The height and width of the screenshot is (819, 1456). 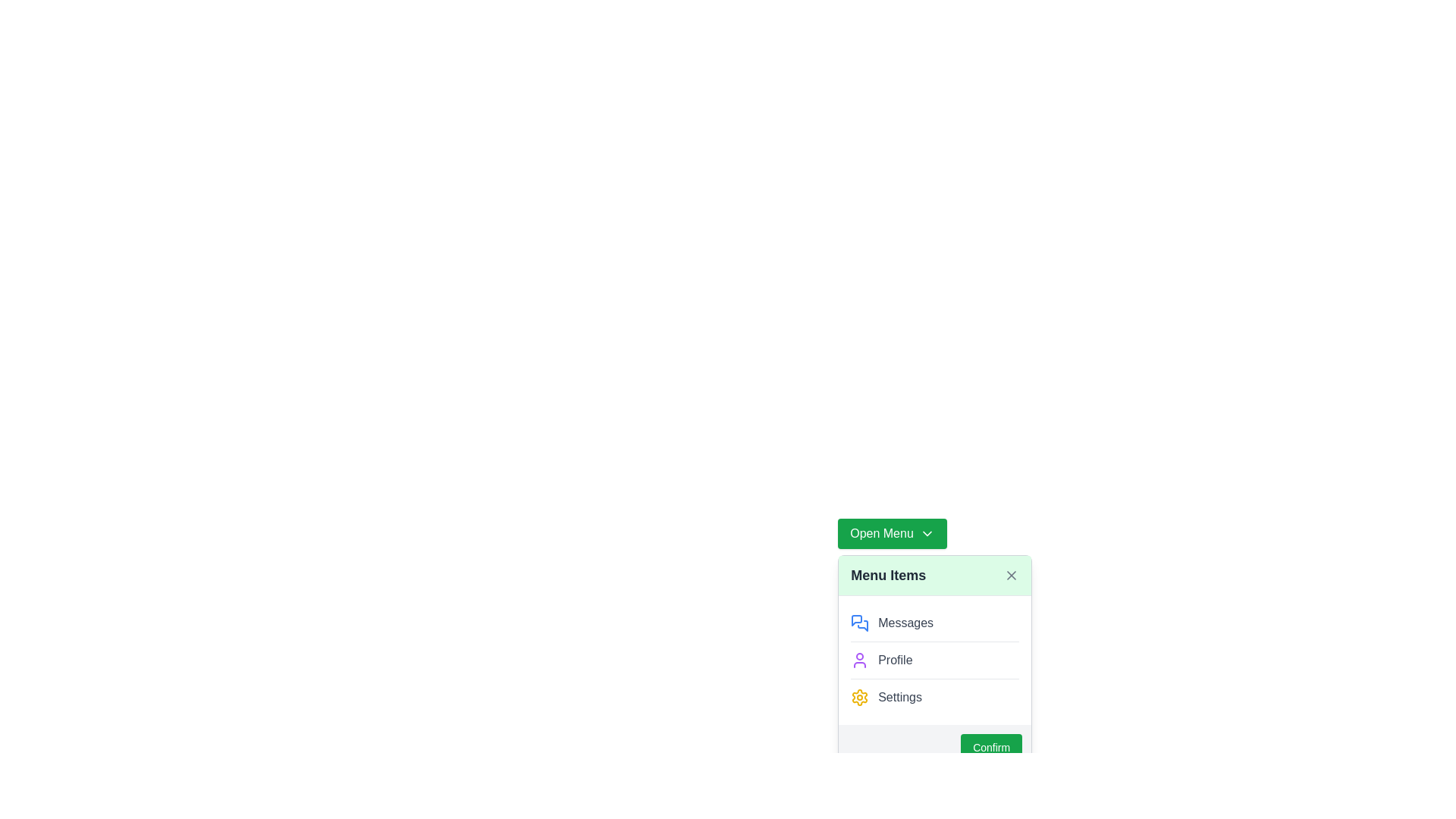 What do you see at coordinates (860, 698) in the screenshot?
I see `the settings gear icon located beside the textual label 'Settings'` at bounding box center [860, 698].